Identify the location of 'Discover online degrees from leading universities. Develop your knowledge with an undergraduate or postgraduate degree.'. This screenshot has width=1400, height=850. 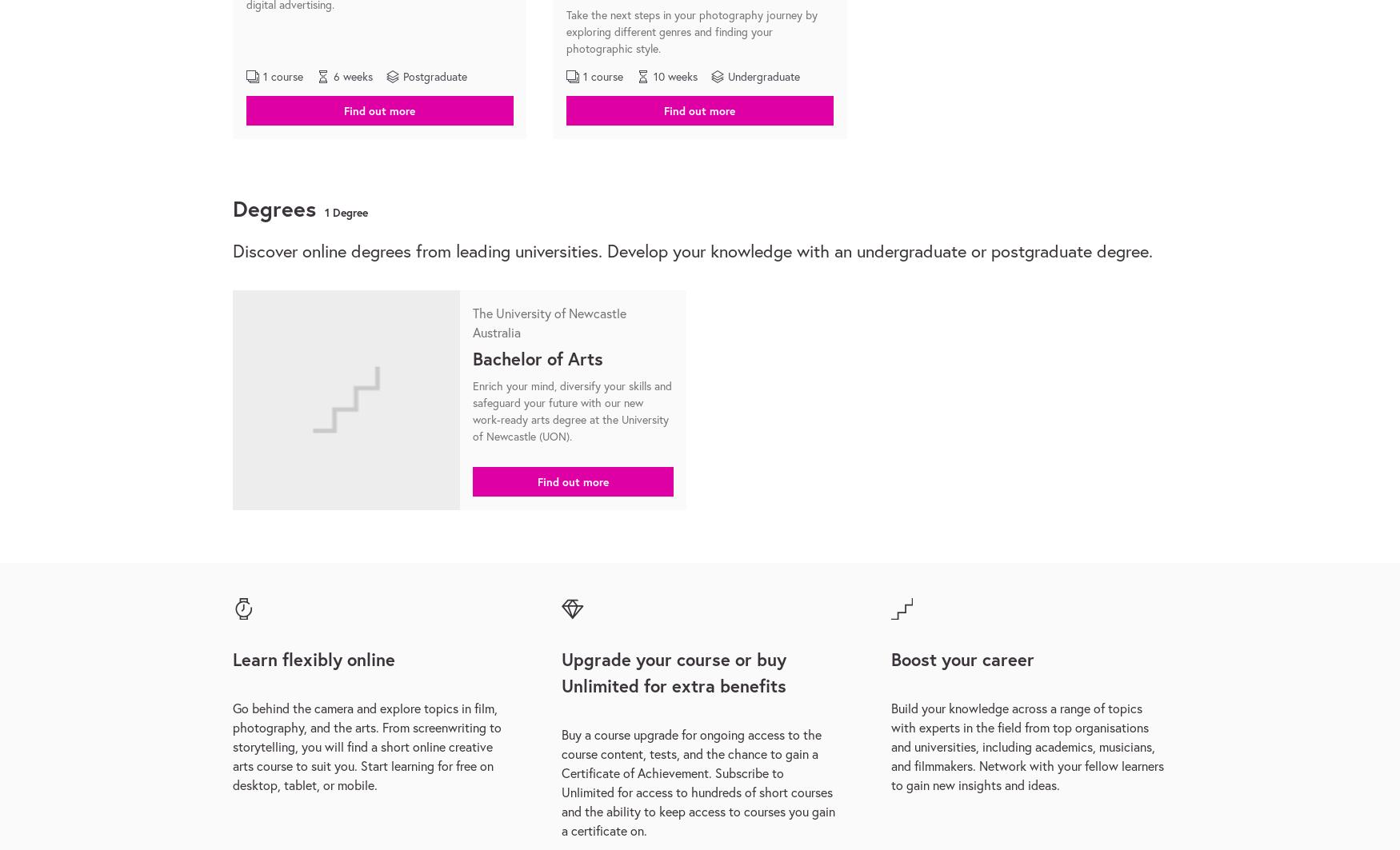
(693, 250).